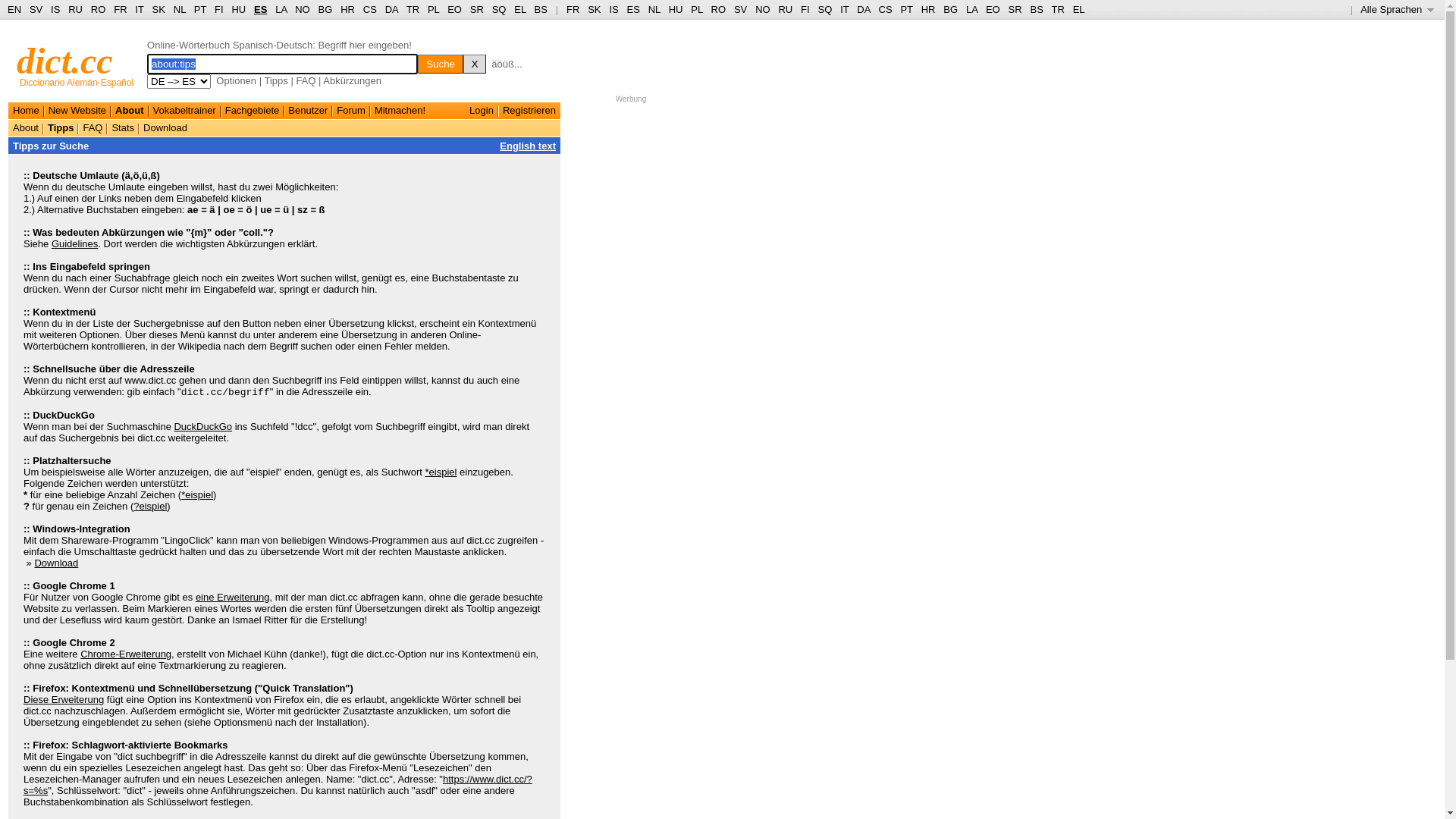 The height and width of the screenshot is (819, 1456). Describe the element at coordinates (413, 9) in the screenshot. I see `'TR'` at that location.